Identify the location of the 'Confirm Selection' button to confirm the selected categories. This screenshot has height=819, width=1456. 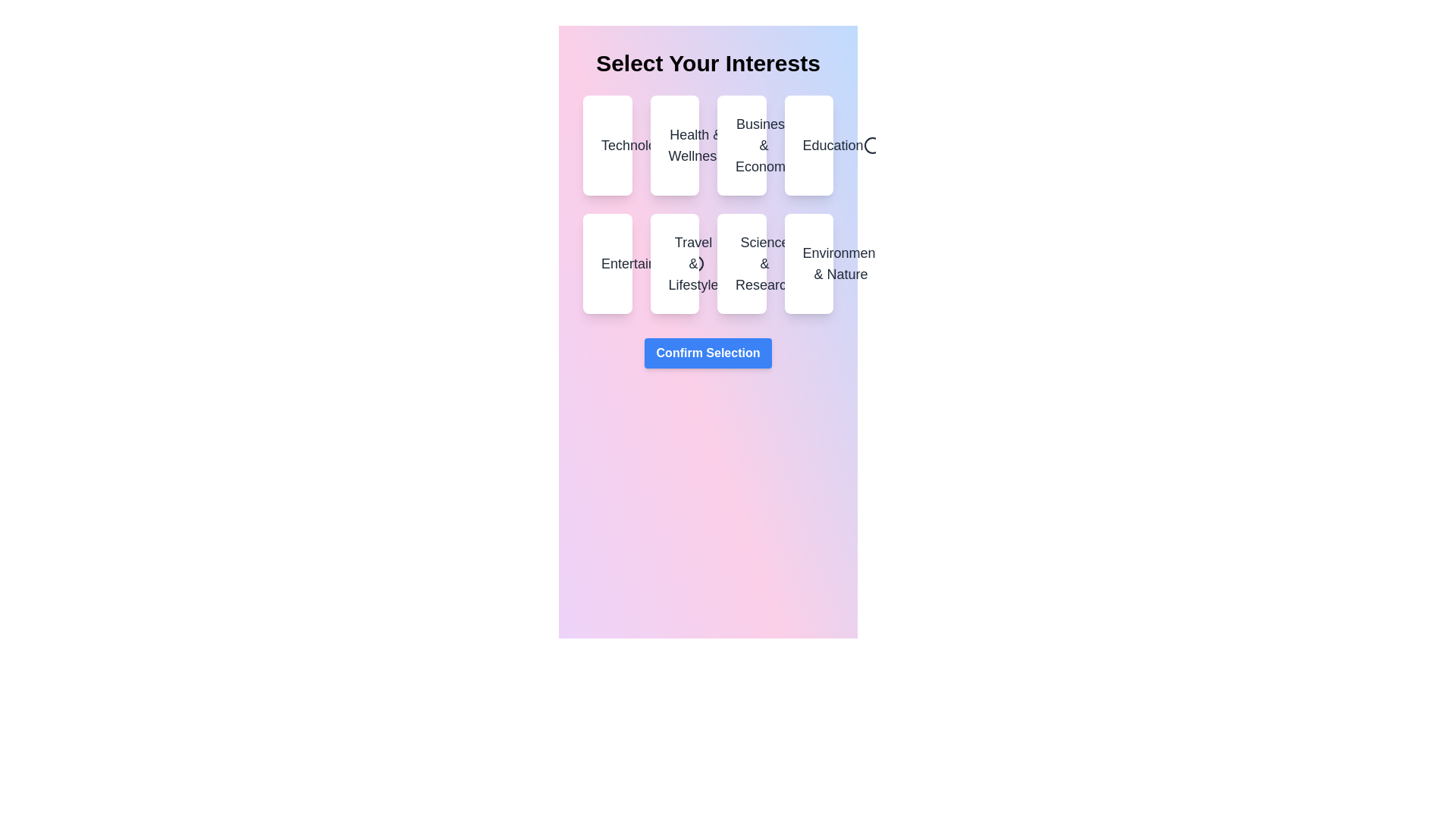
(708, 353).